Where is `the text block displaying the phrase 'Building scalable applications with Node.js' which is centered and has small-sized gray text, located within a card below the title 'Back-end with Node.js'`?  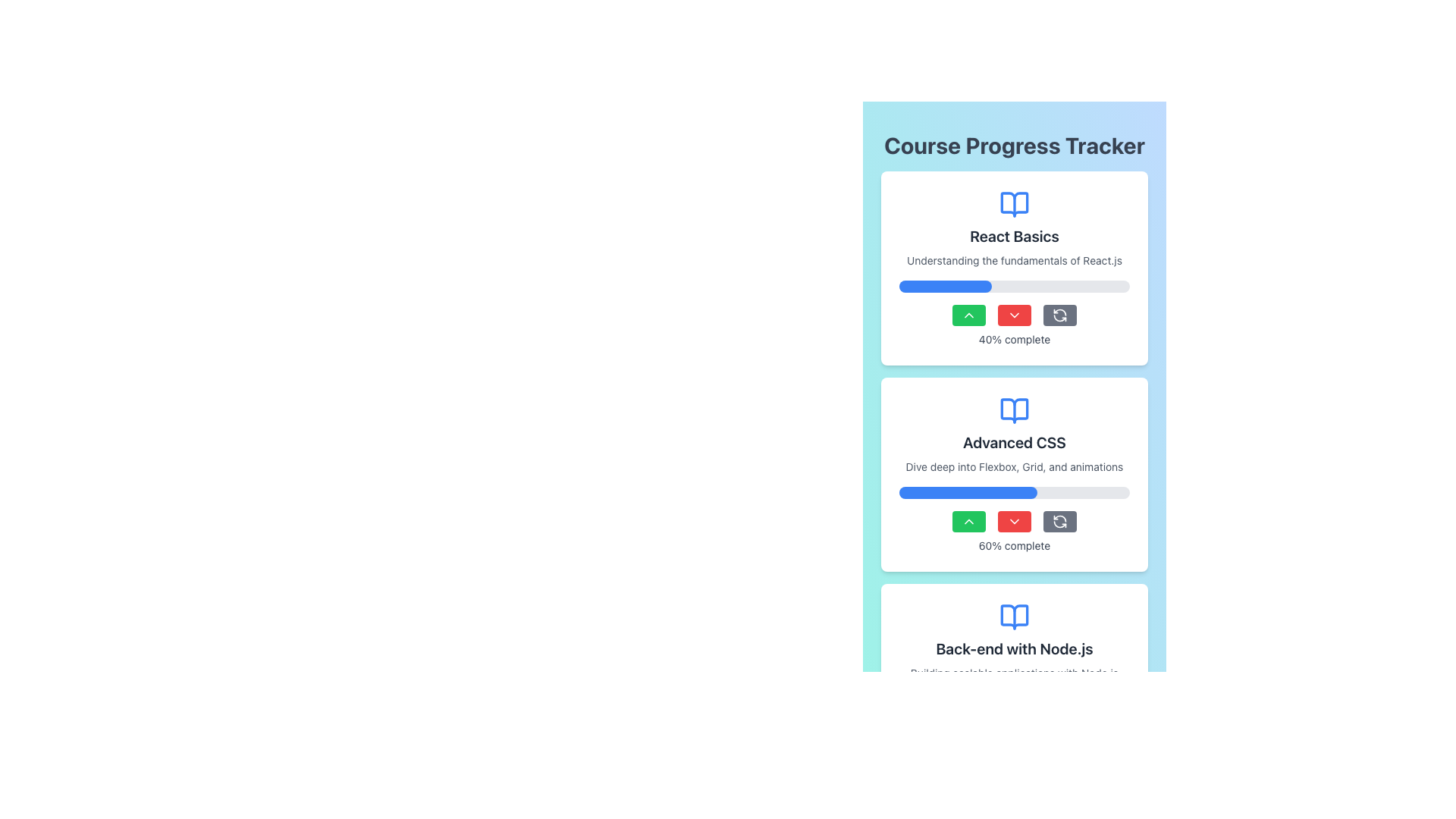
the text block displaying the phrase 'Building scalable applications with Node.js' which is centered and has small-sized gray text, located within a card below the title 'Back-end with Node.js' is located at coordinates (1015, 672).